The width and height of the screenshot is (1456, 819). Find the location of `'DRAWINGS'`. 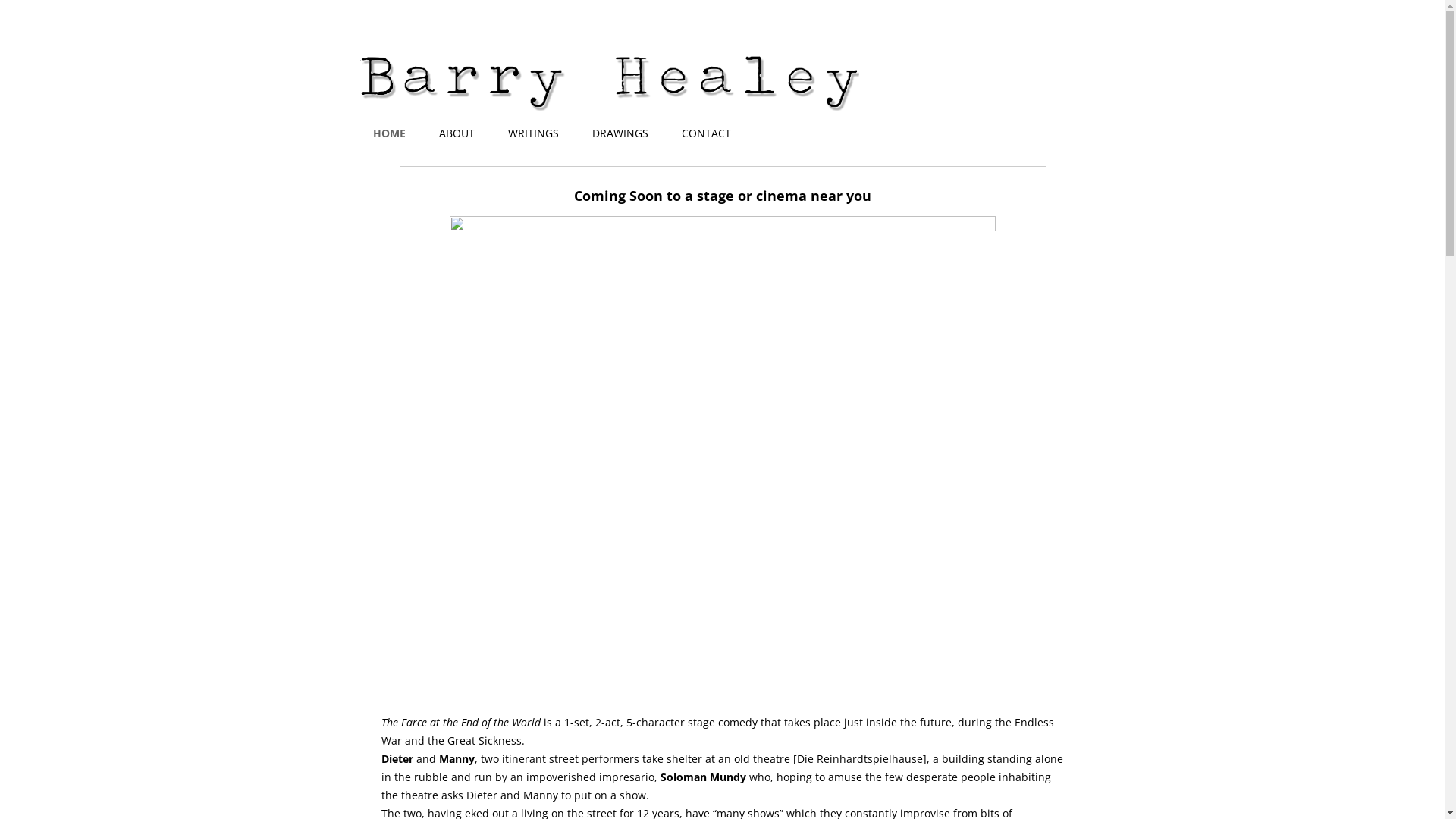

'DRAWINGS' is located at coordinates (620, 133).